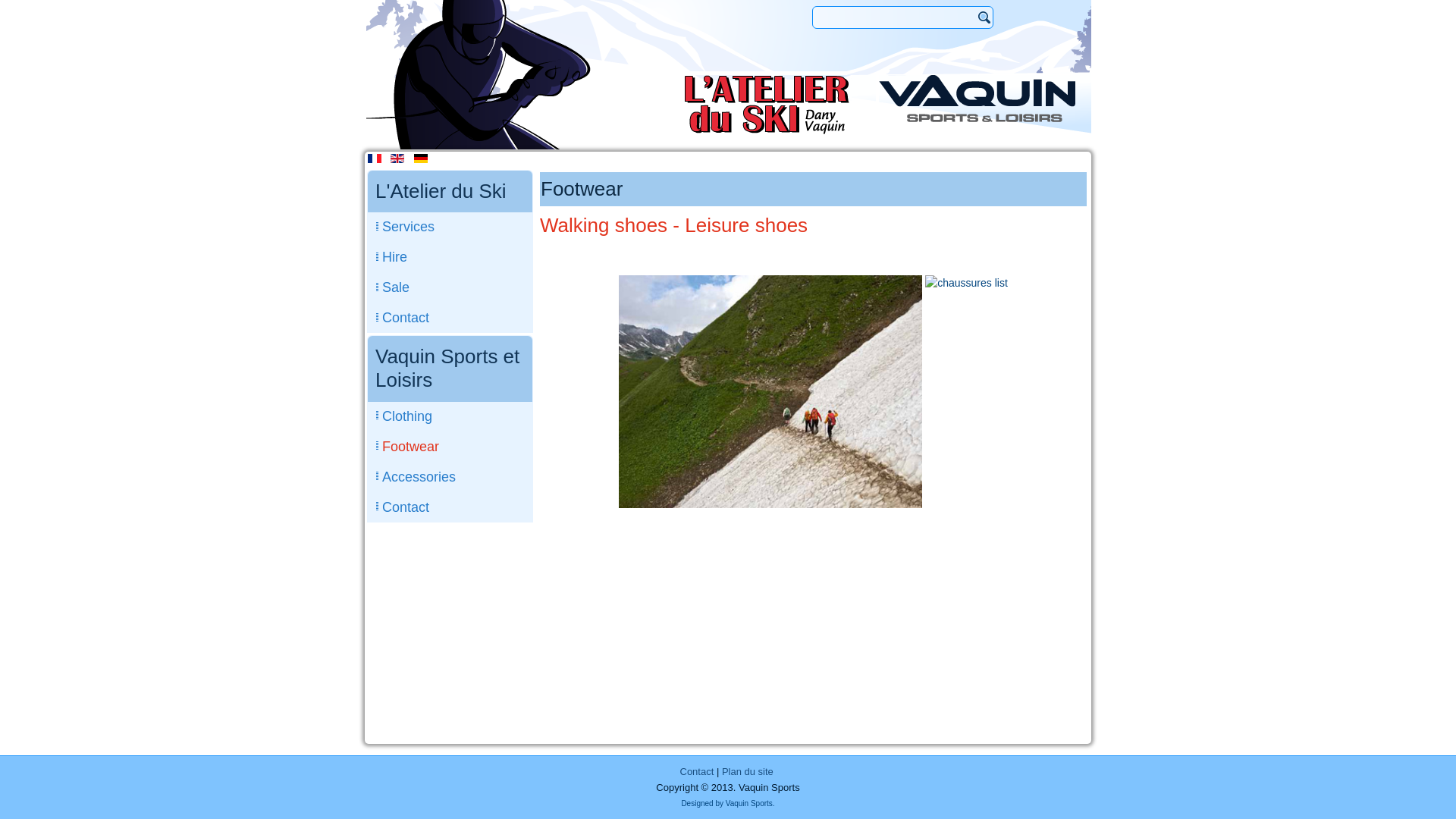 This screenshot has height=819, width=1456. Describe the element at coordinates (449, 446) in the screenshot. I see `'Footwear'` at that location.